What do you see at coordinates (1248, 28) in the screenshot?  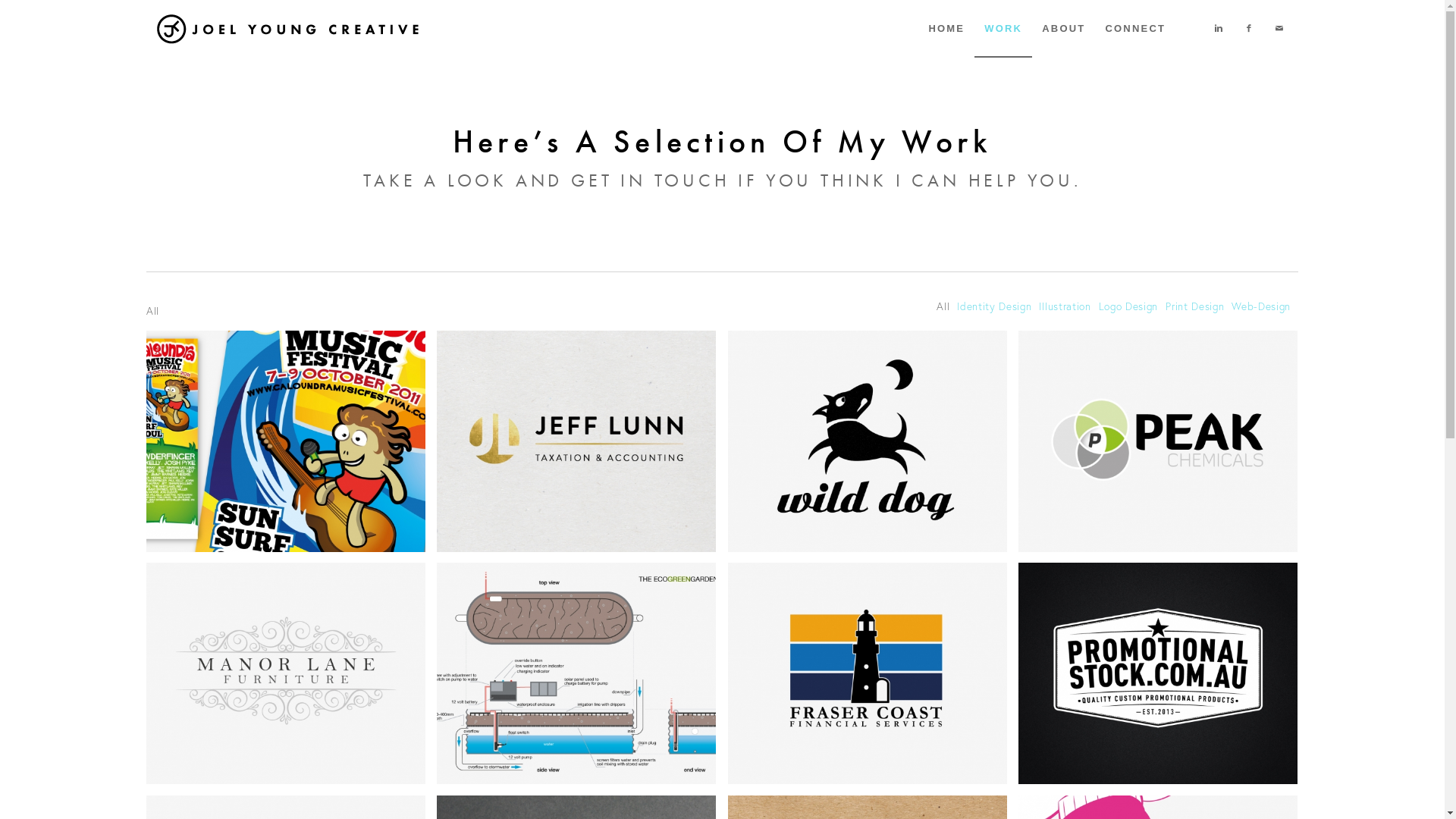 I see `'Facebook'` at bounding box center [1248, 28].